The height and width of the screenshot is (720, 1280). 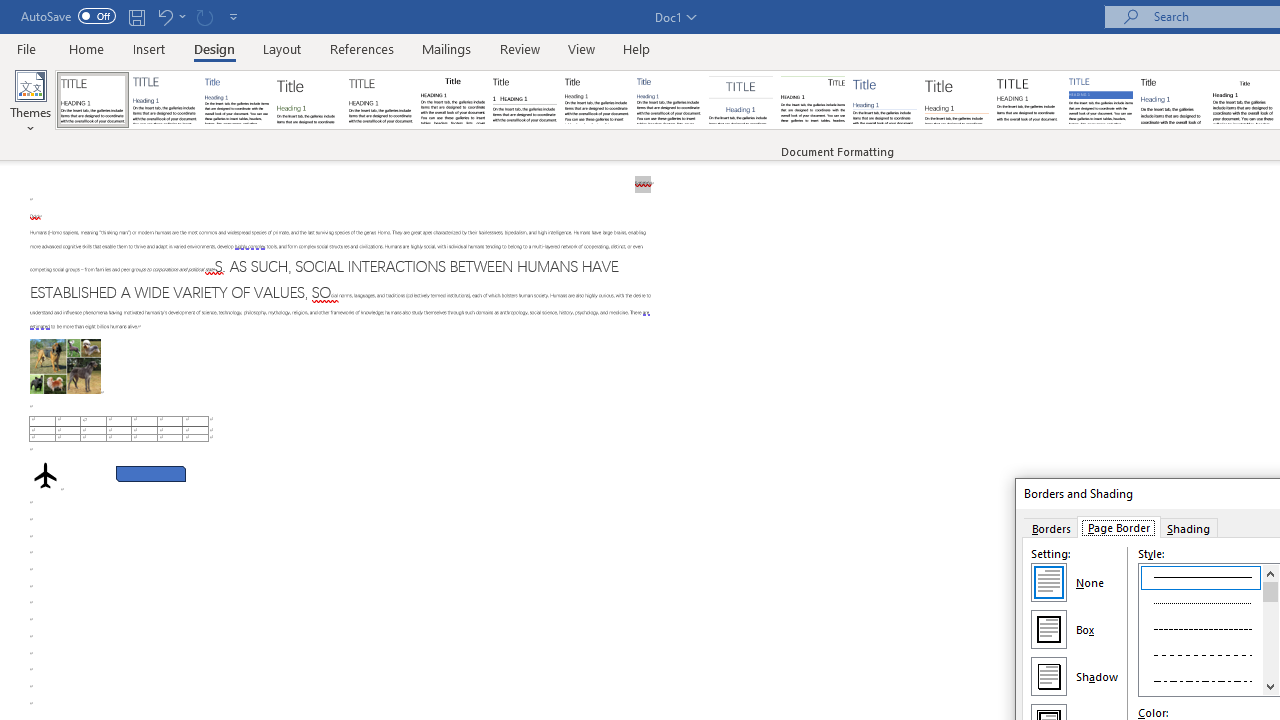 I want to click on 'Morphological variation in six dogs', so click(x=65, y=366).